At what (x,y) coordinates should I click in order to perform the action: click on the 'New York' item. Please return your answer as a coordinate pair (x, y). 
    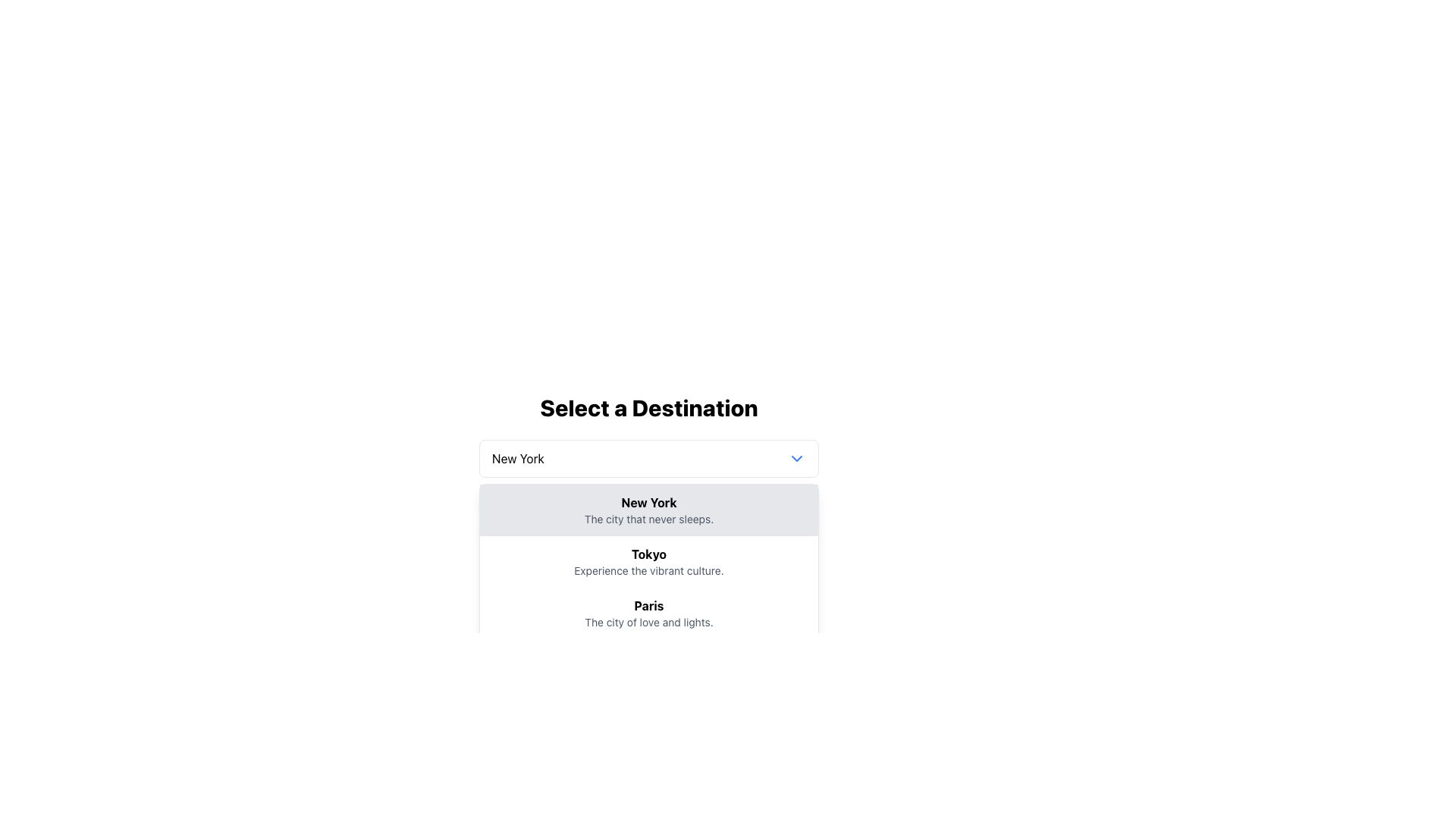
    Looking at the image, I should click on (648, 491).